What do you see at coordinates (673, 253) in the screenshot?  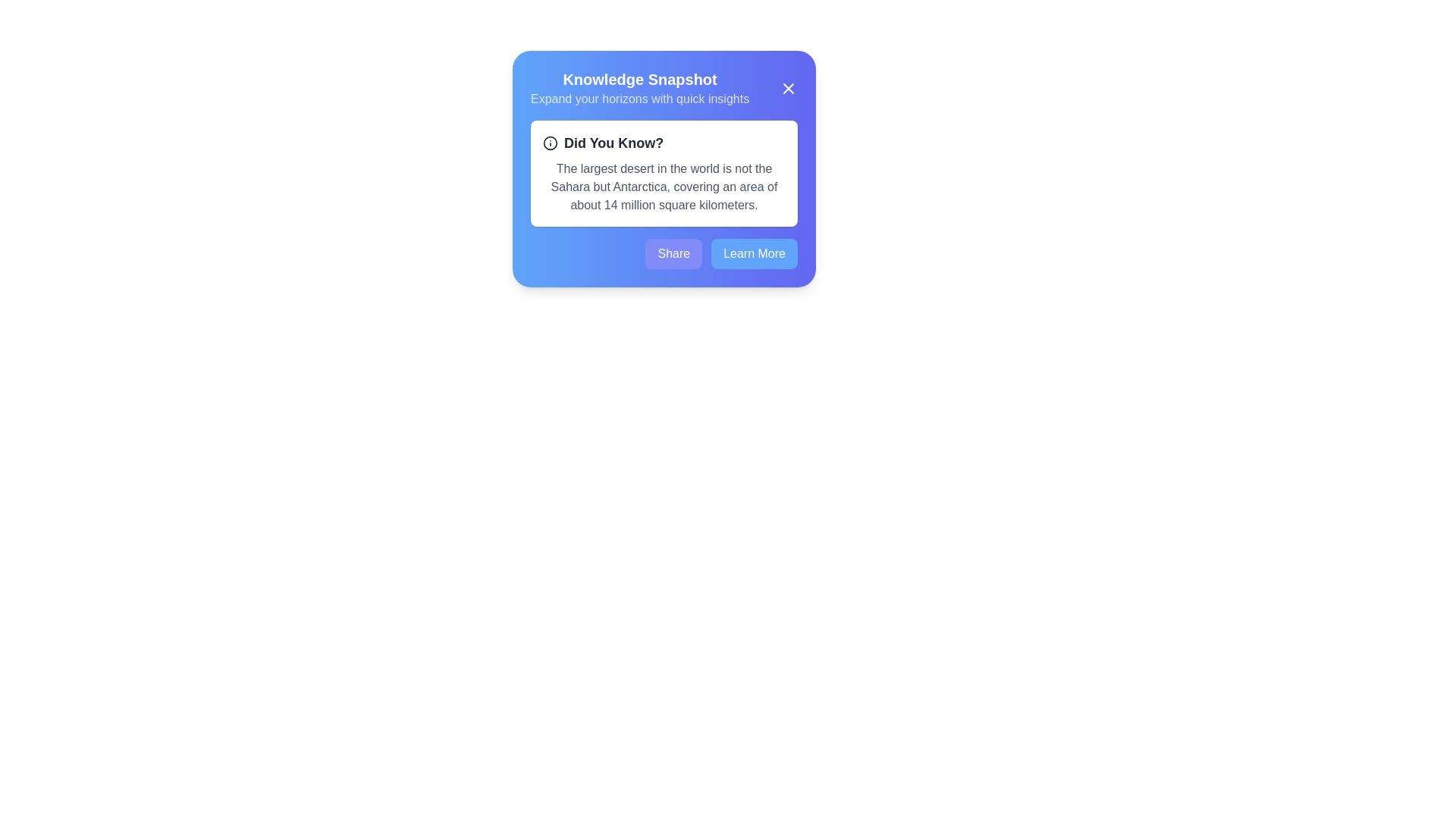 I see `the share button located at the bottom-right of the Knowledge Snapshot dialog box, to the left of the 'Learn More' button to initiate sharing` at bounding box center [673, 253].